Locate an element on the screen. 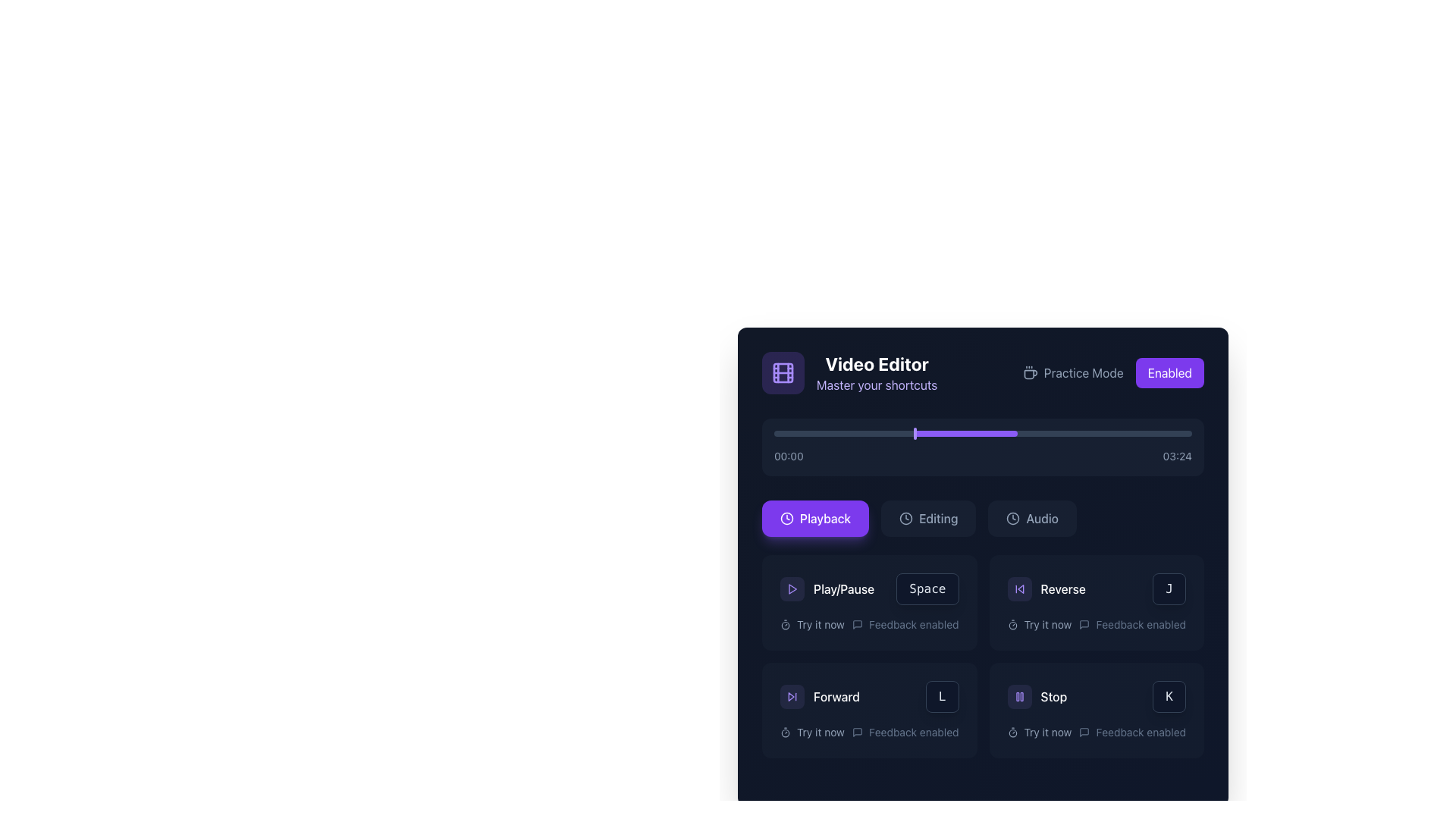 The height and width of the screenshot is (819, 1456). the 'Reverse' button, which is styled with a rectangular box and is located in the Video Editor interface, below the Playback group, between 'Play/Pause' and 'Forward' is located at coordinates (1097, 588).